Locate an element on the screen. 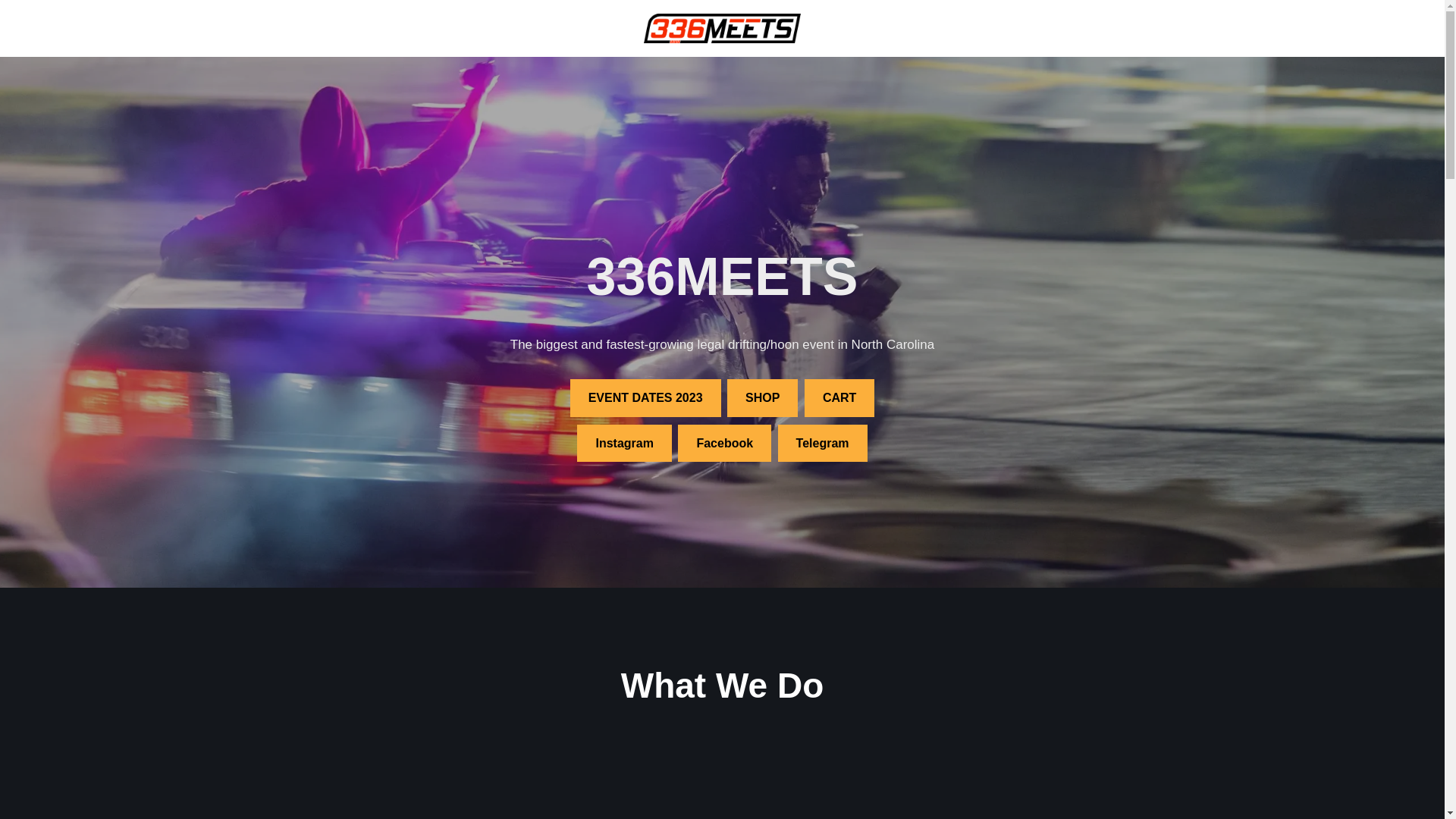 The image size is (1456, 819). 'CART' is located at coordinates (839, 397).